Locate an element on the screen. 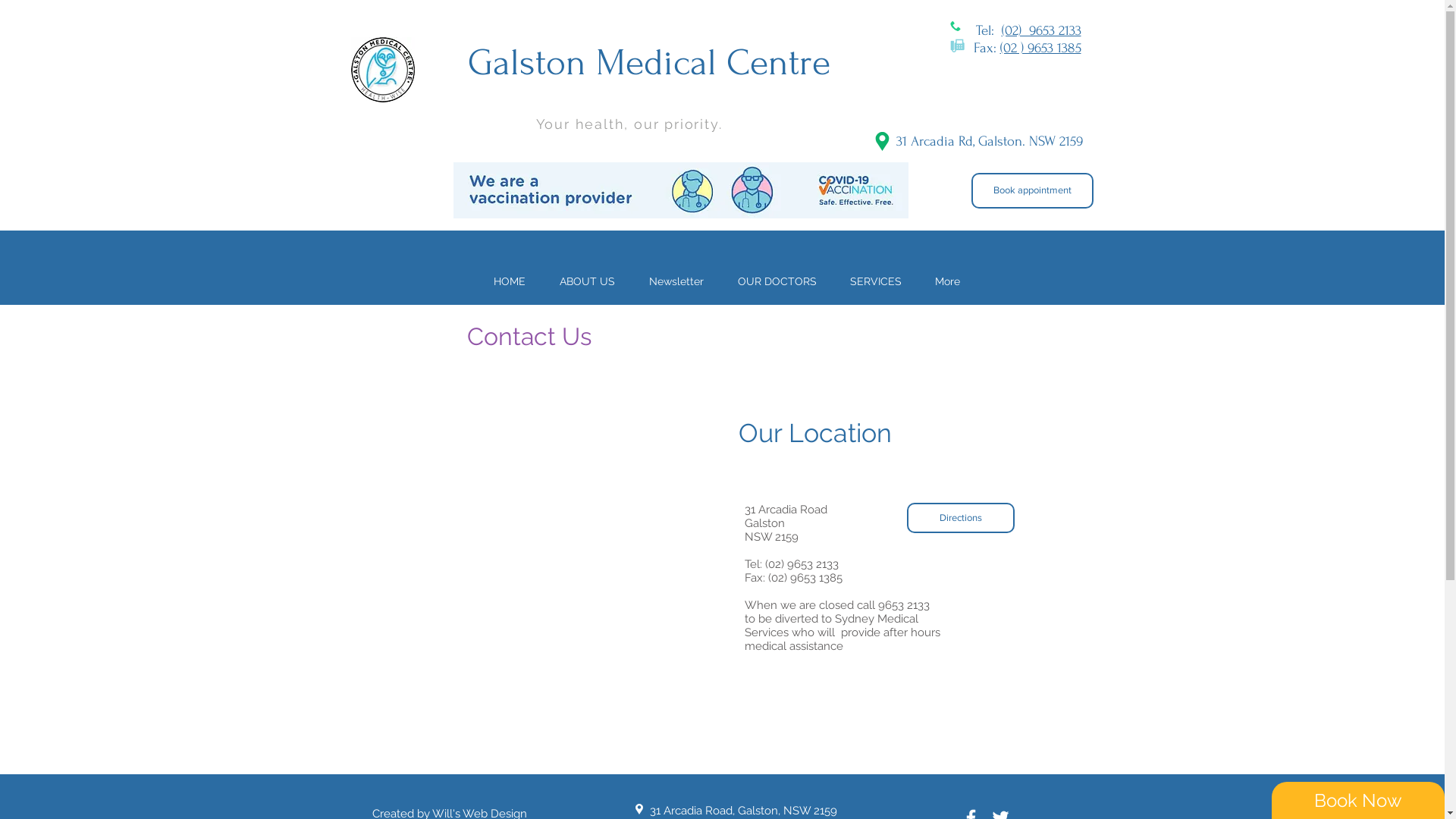 The image size is (1456, 819). 'HOME' is located at coordinates (509, 281).